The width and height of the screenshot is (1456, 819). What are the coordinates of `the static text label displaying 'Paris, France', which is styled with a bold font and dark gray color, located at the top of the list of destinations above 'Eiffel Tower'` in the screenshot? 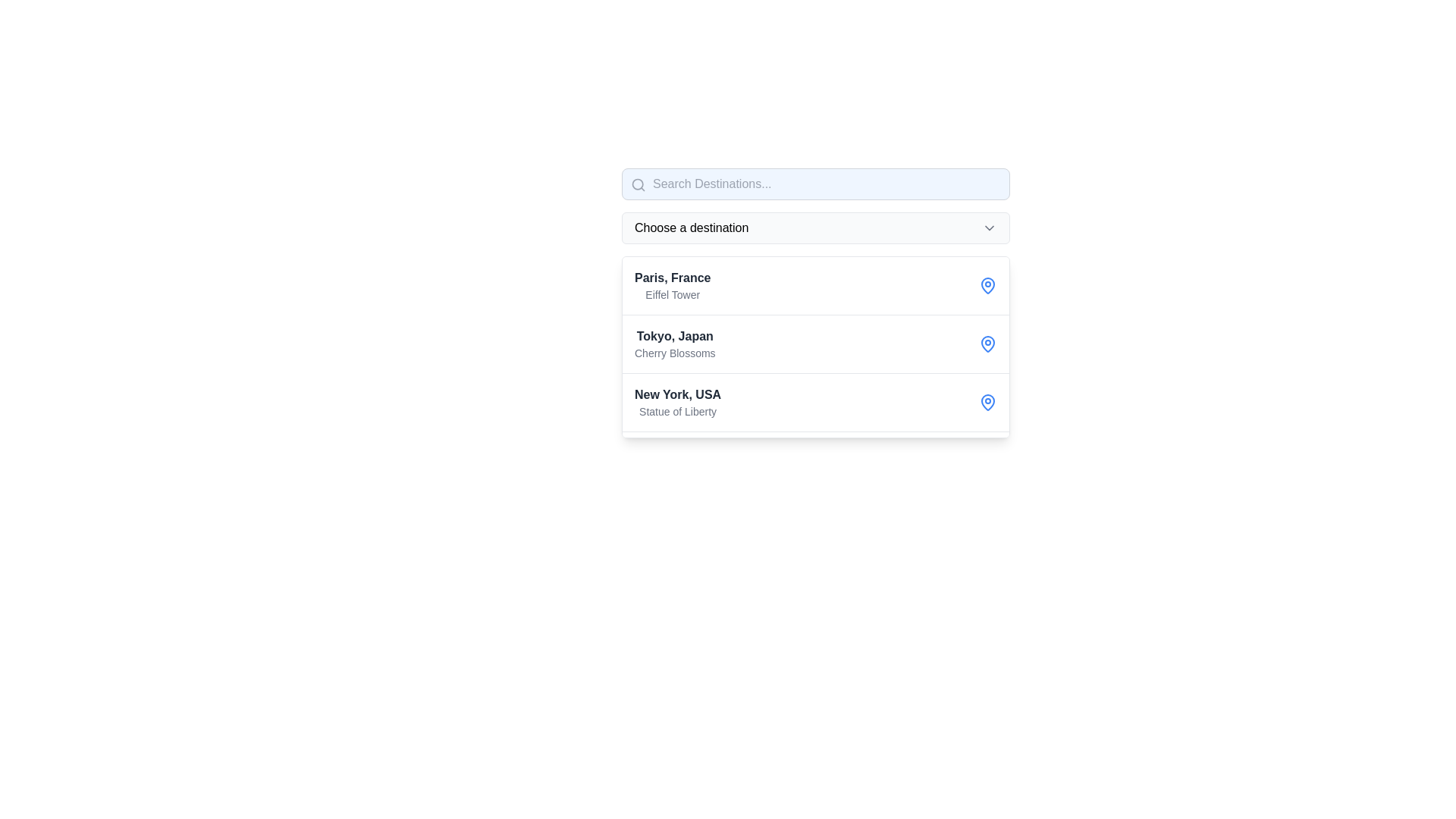 It's located at (672, 278).